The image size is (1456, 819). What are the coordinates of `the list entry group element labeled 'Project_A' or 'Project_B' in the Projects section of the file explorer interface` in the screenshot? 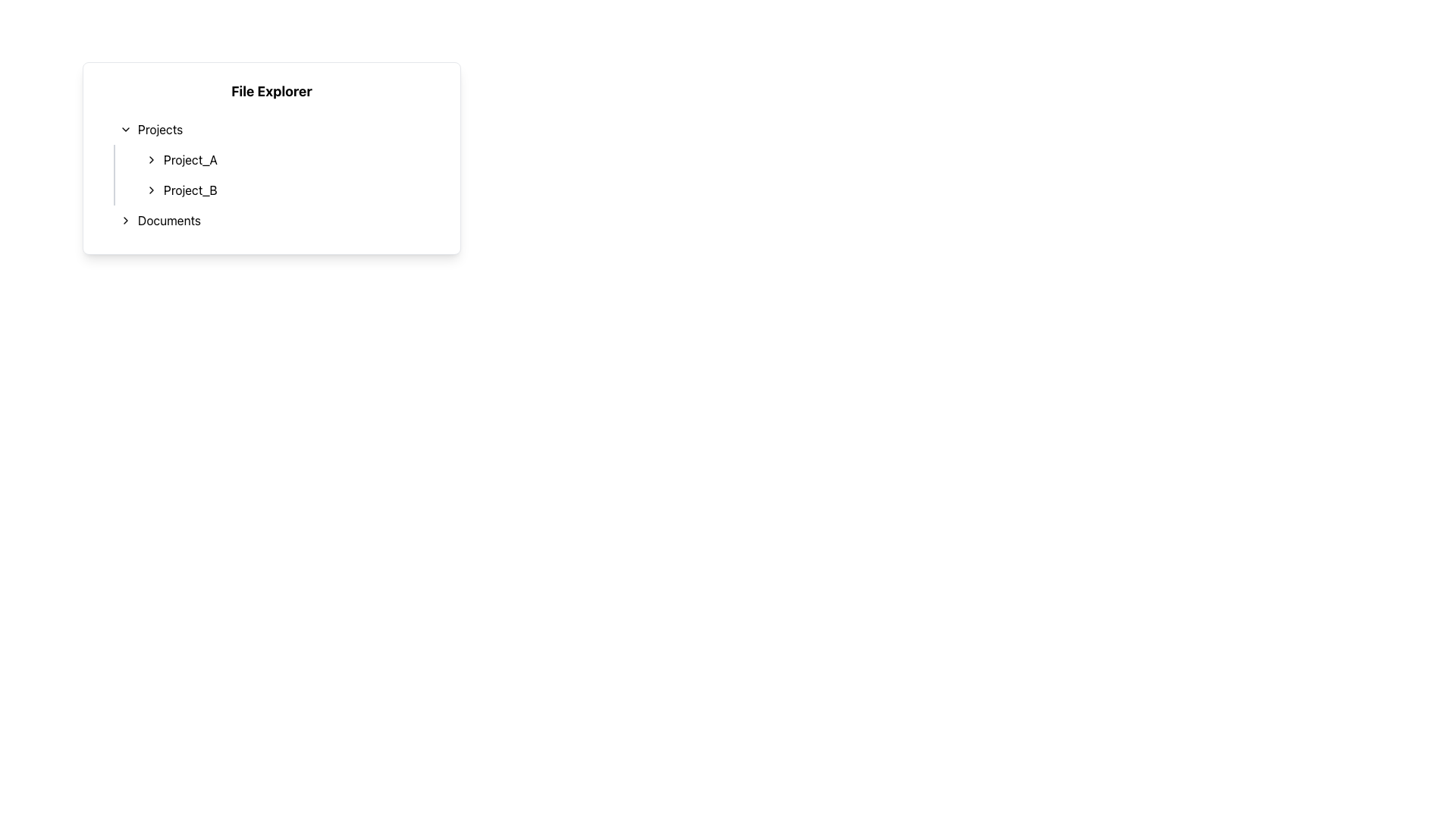 It's located at (278, 174).